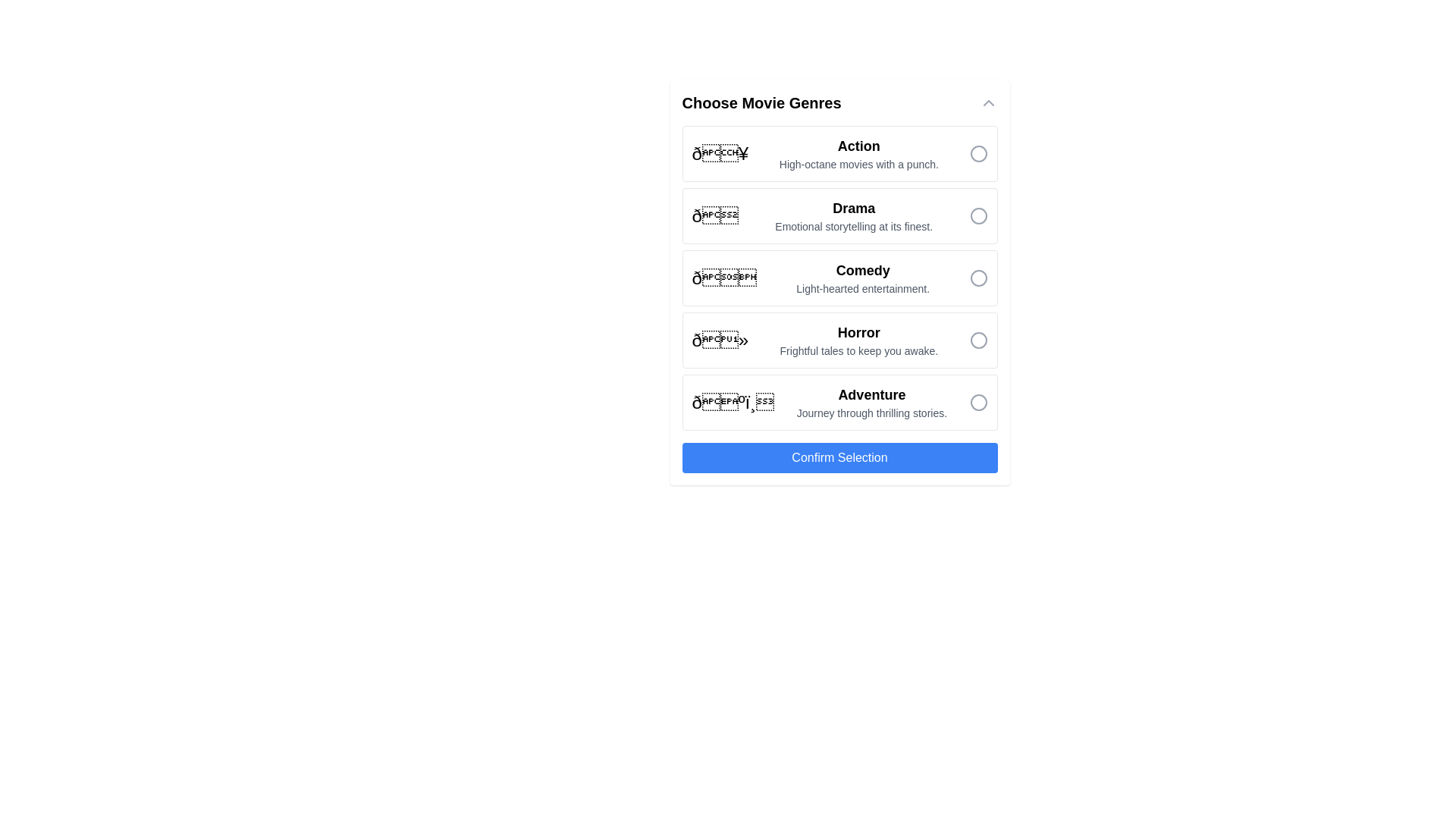 The height and width of the screenshot is (819, 1456). Describe the element at coordinates (719, 154) in the screenshot. I see `the 'Action' genre icon, which is a flame emoji located to the left of the text 'Action' and its description 'High-octane movies with a punch.'` at that location.